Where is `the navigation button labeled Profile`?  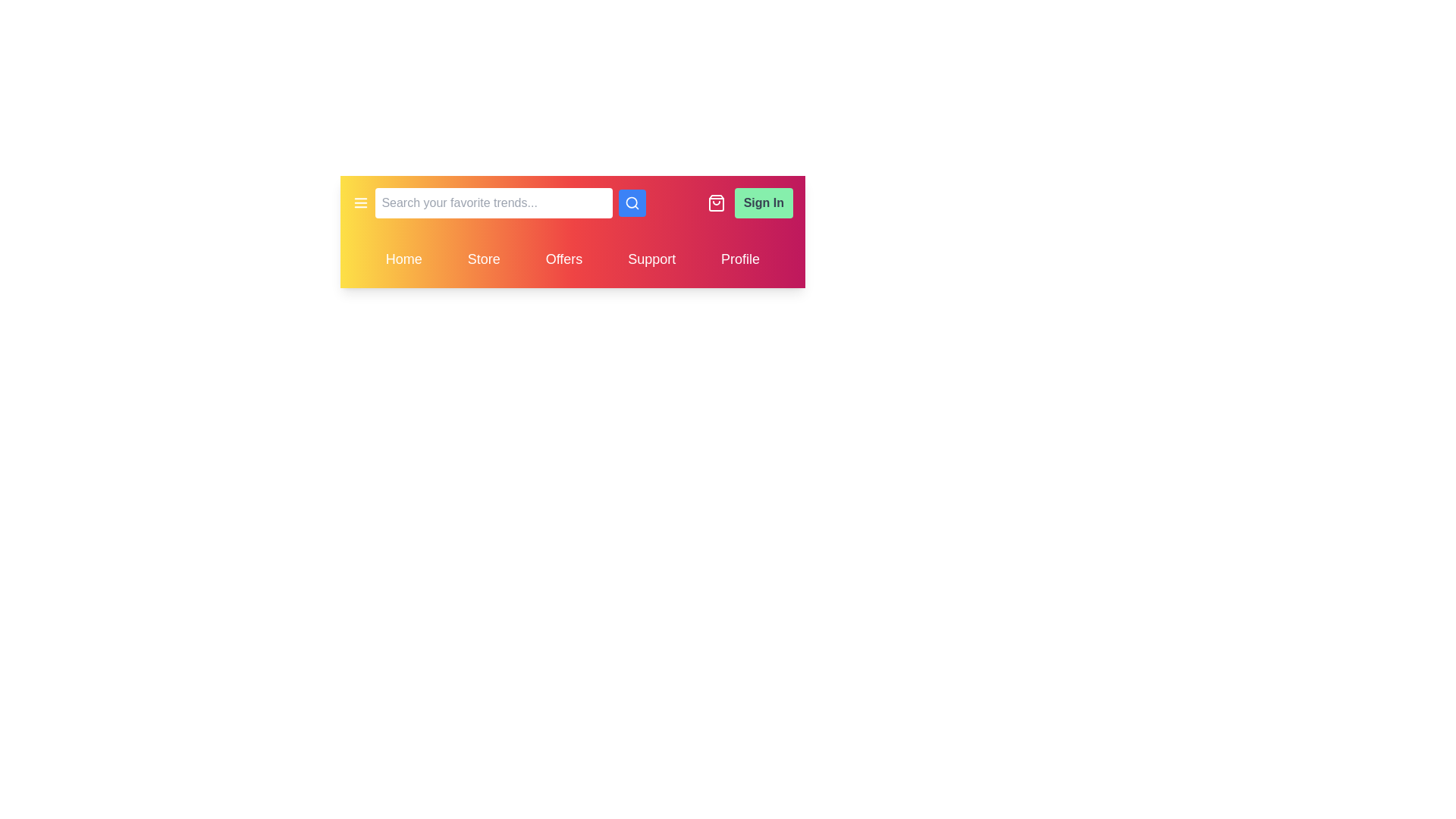 the navigation button labeled Profile is located at coordinates (740, 259).